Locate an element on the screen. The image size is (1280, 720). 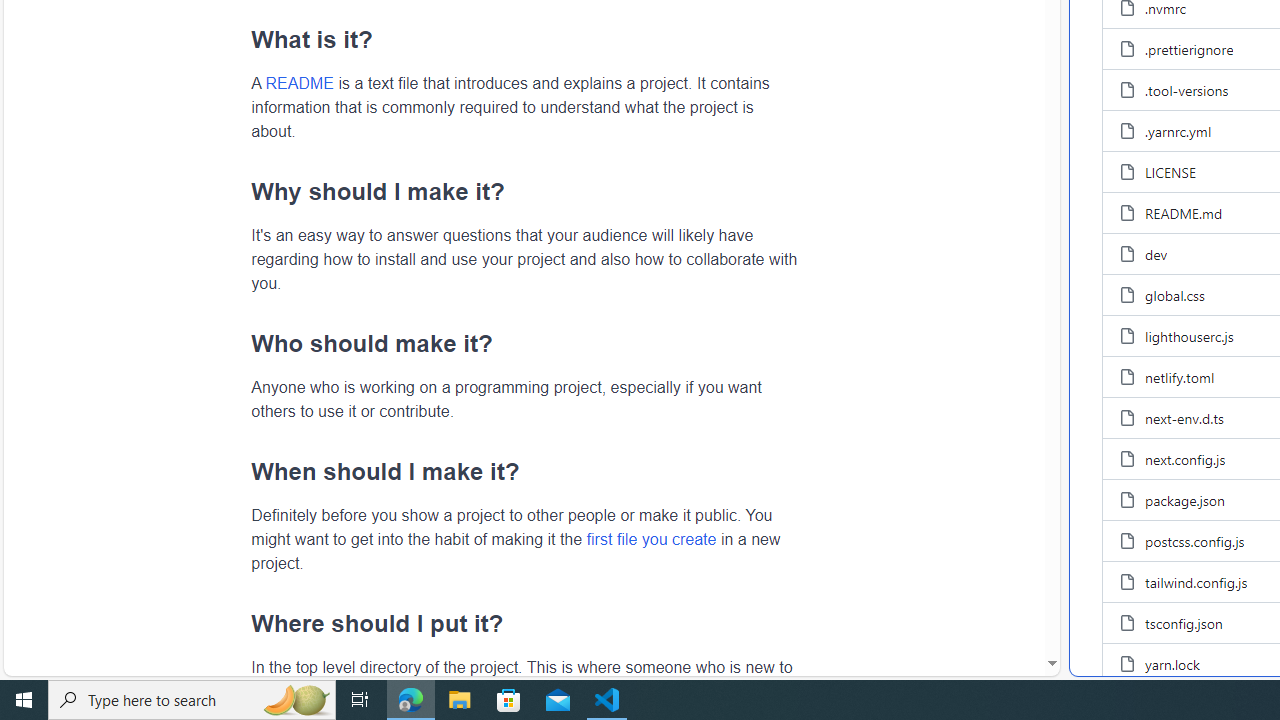
'README' is located at coordinates (298, 82).